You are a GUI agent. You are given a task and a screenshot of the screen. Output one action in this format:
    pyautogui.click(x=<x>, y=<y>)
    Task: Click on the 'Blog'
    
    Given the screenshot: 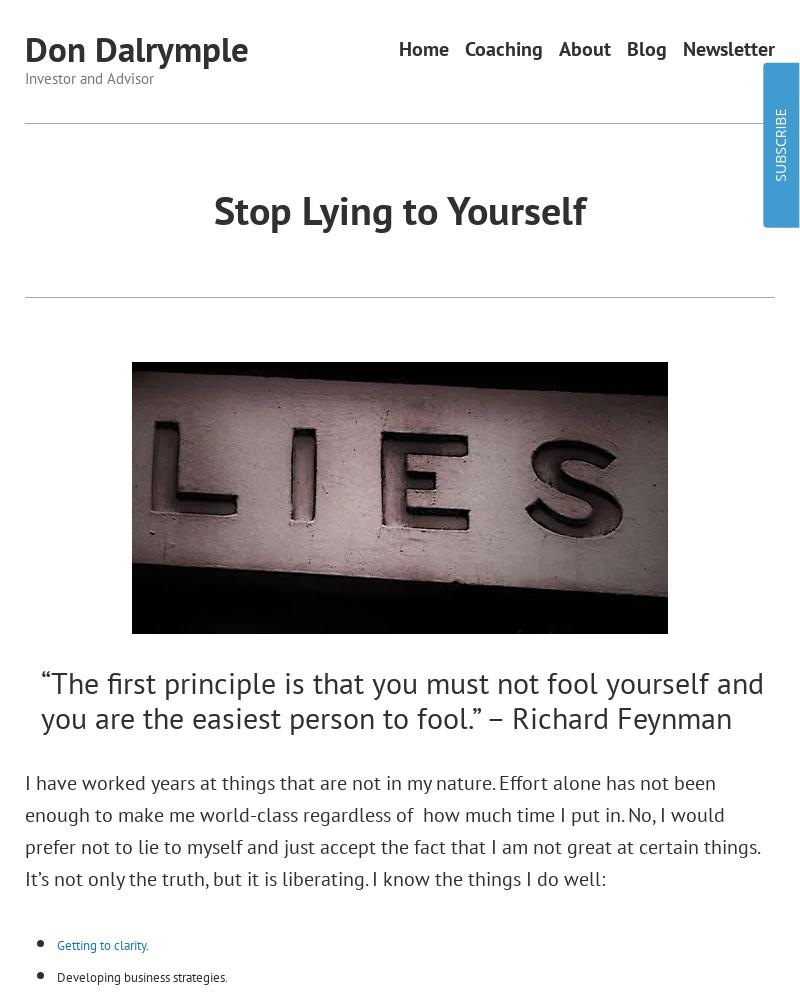 What is the action you would take?
    pyautogui.click(x=645, y=49)
    